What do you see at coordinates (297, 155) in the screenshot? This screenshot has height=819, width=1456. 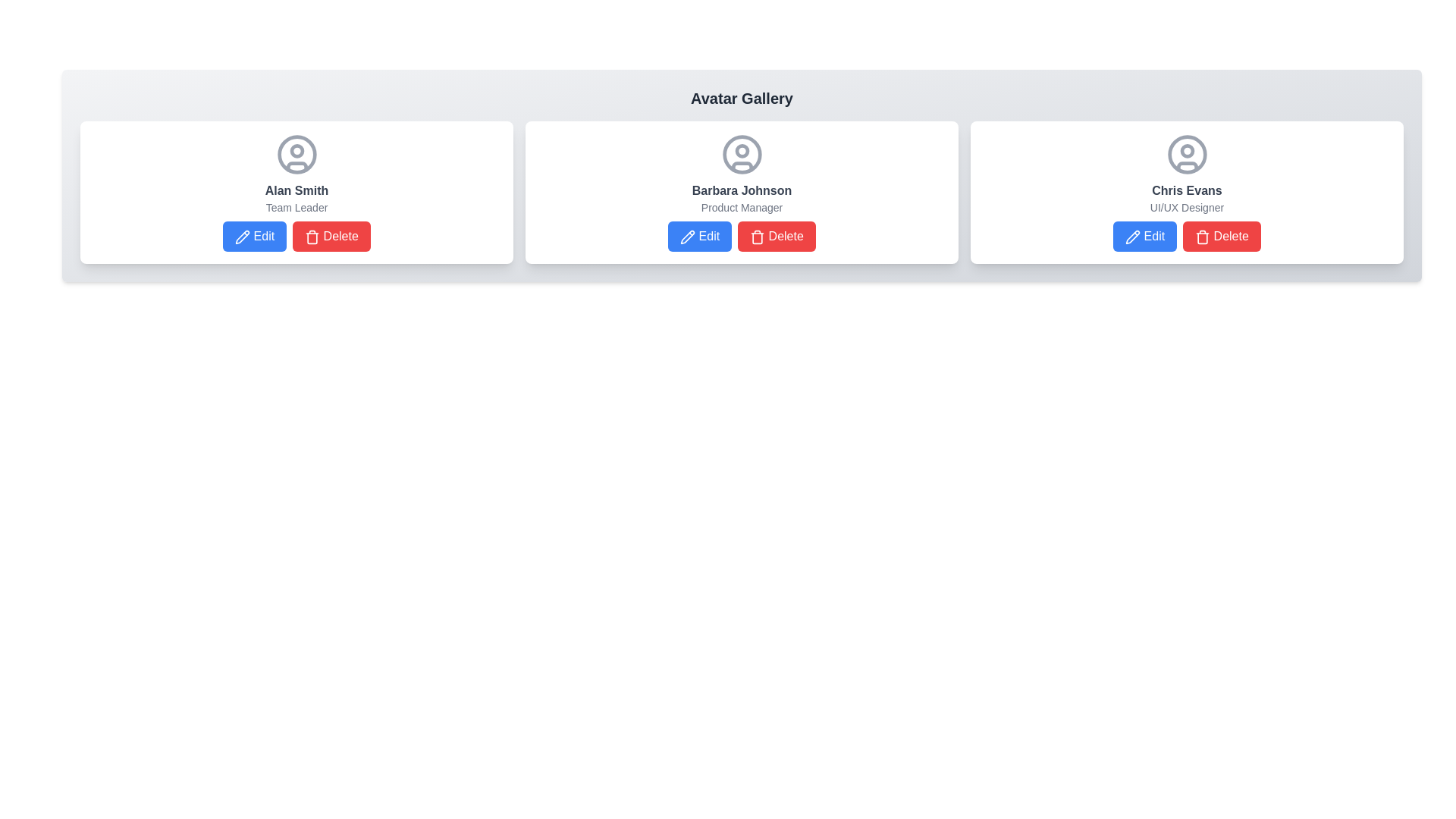 I see `the outermost circle of the avatar icon representing user 'Alan Smith', located in the central upper portion of the card element` at bounding box center [297, 155].